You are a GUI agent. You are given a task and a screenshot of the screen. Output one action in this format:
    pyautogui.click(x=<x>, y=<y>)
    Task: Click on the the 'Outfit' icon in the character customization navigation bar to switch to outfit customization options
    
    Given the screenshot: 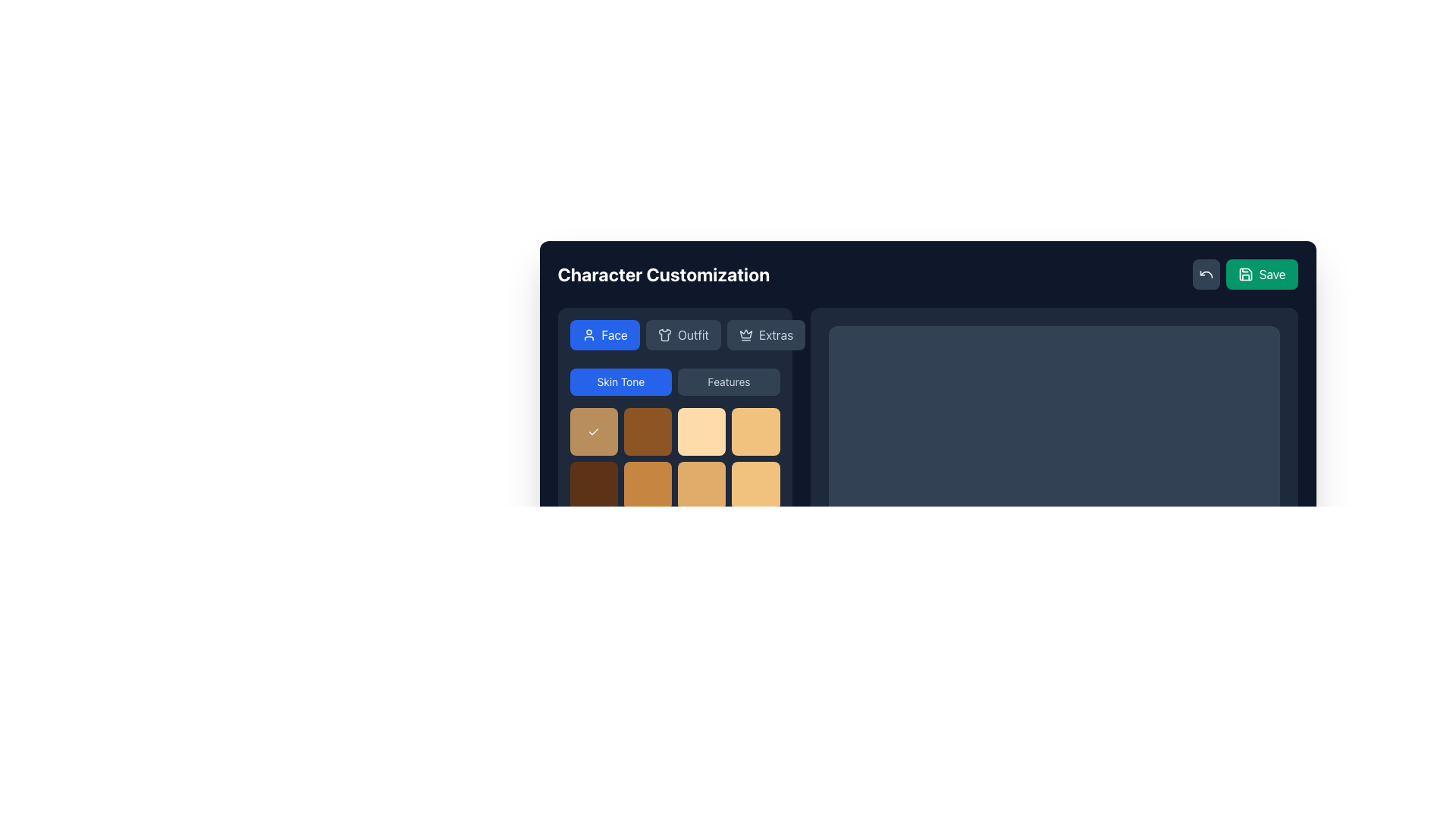 What is the action you would take?
    pyautogui.click(x=664, y=334)
    